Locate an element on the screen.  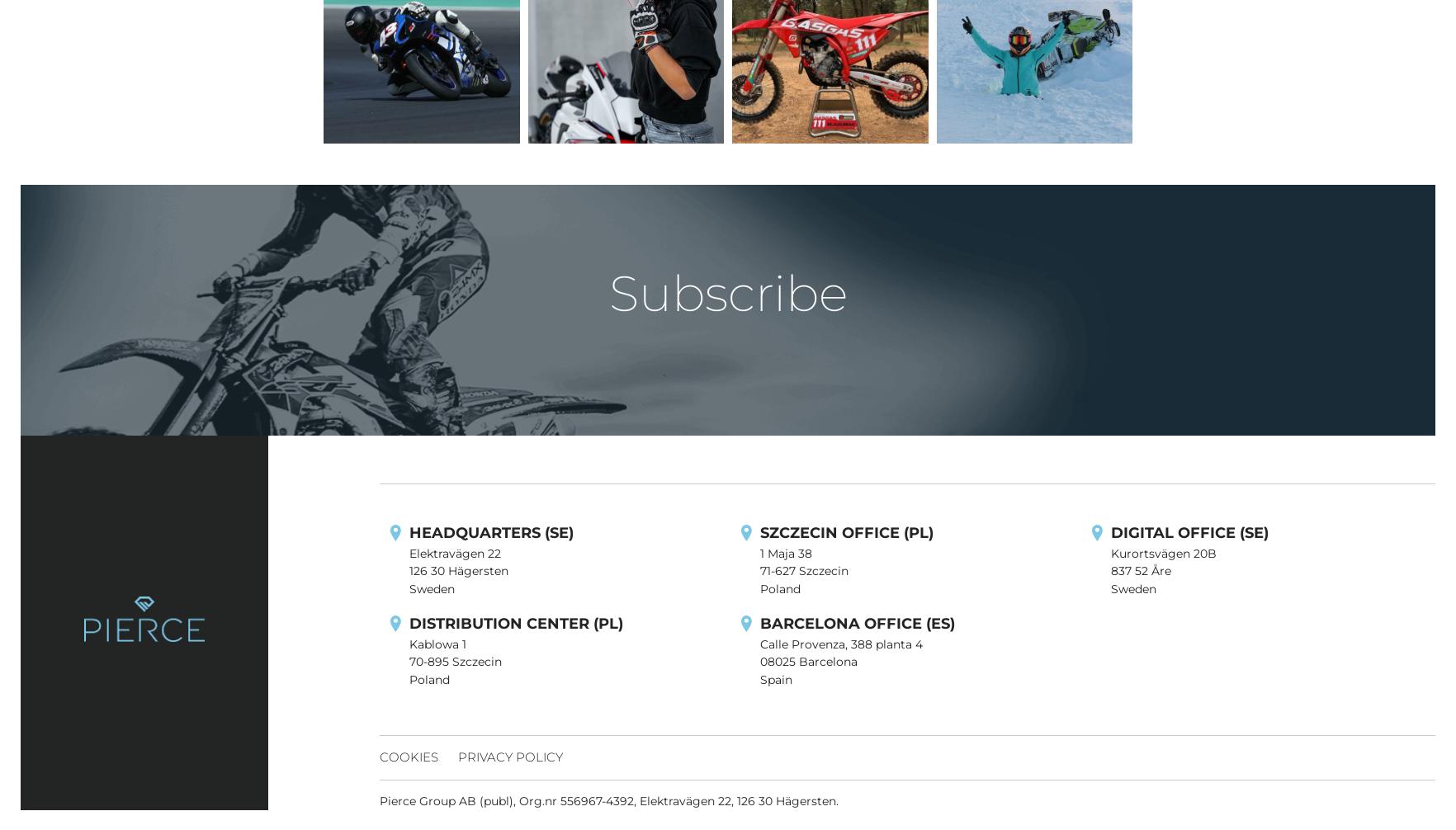
'1 Maja 38' is located at coordinates (785, 552).